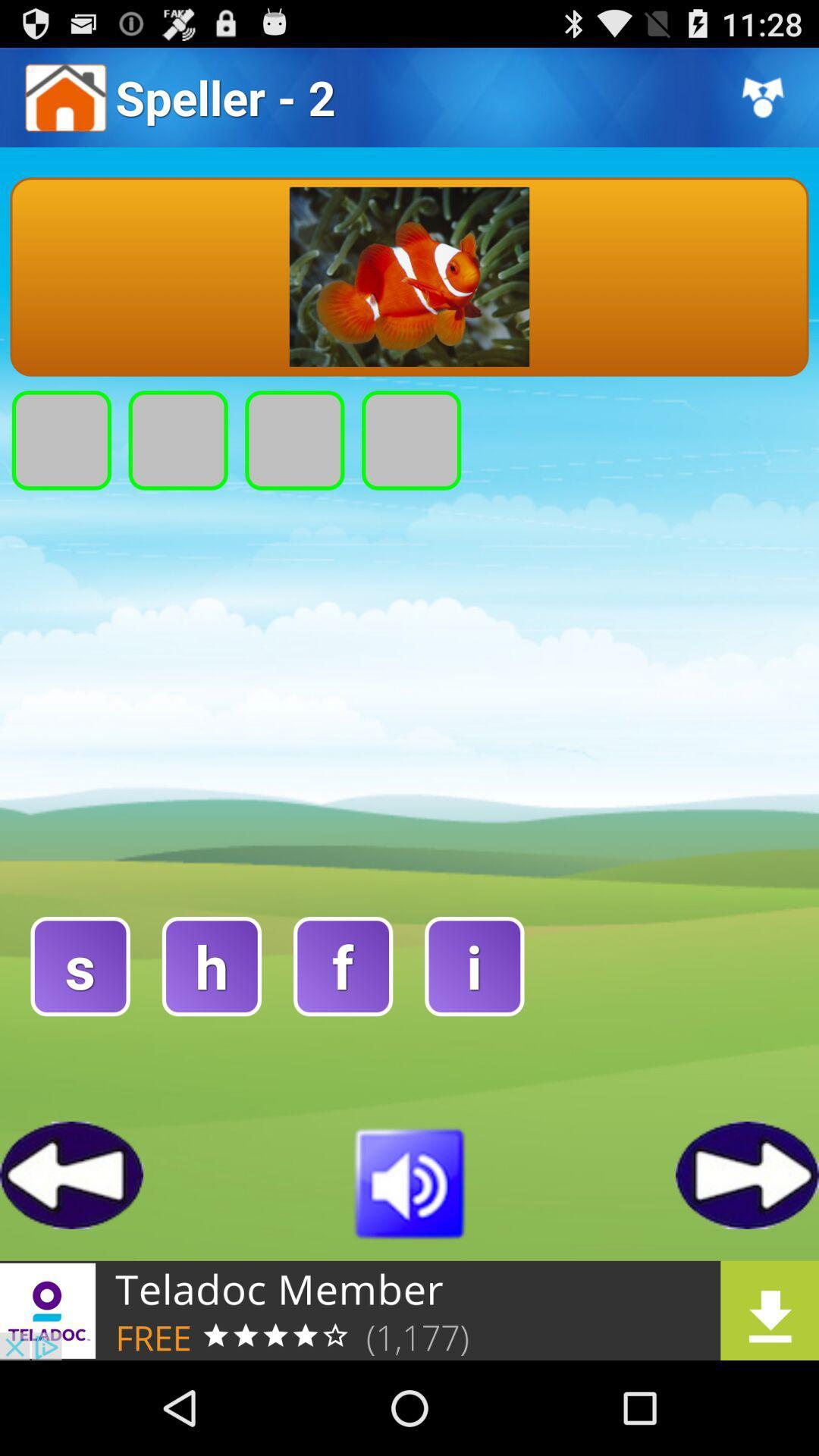 This screenshot has width=819, height=1456. What do you see at coordinates (409, 1180) in the screenshot?
I see `switch sound option` at bounding box center [409, 1180].